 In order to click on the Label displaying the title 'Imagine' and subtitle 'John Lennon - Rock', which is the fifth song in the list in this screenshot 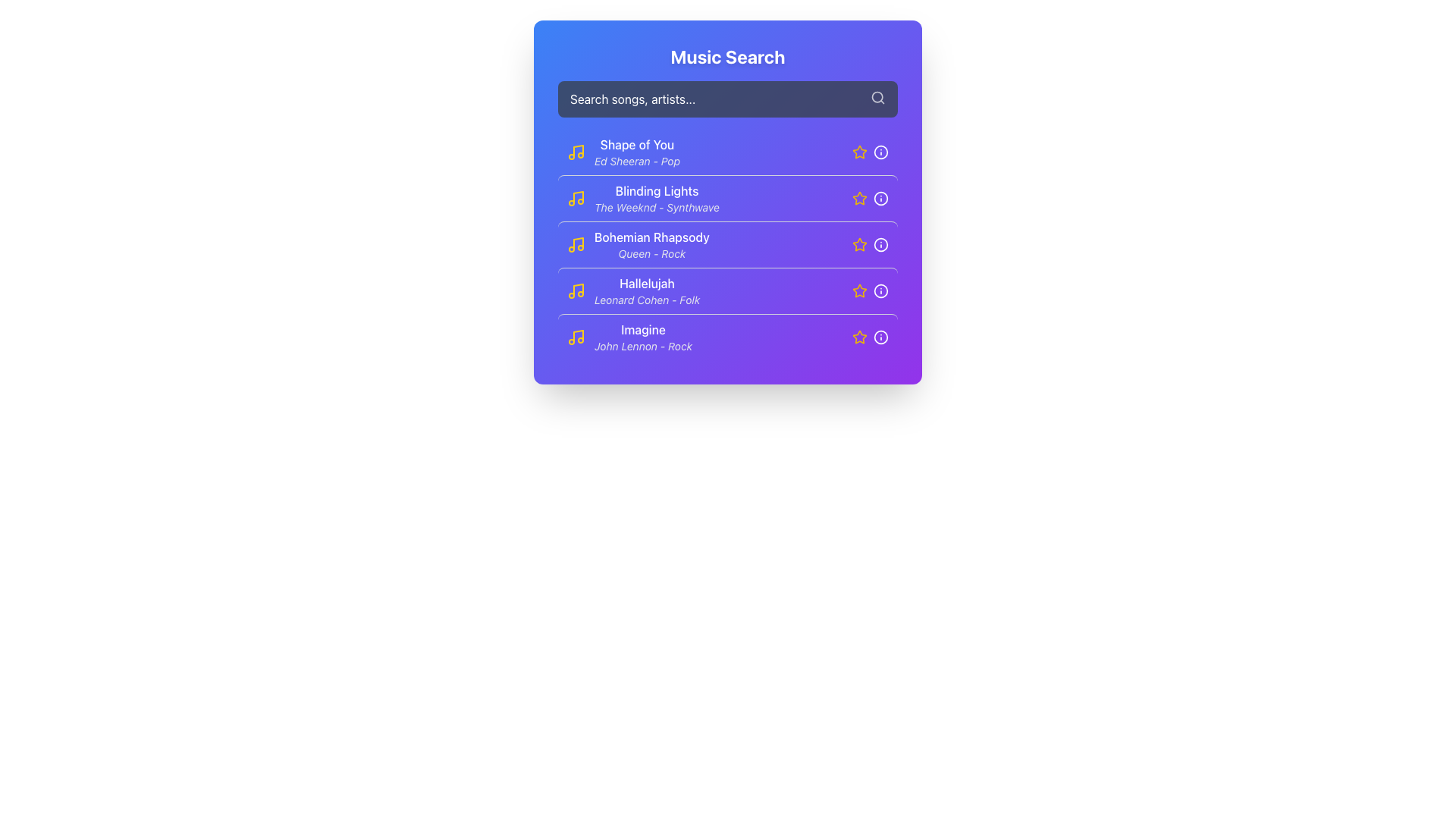, I will do `click(643, 336)`.